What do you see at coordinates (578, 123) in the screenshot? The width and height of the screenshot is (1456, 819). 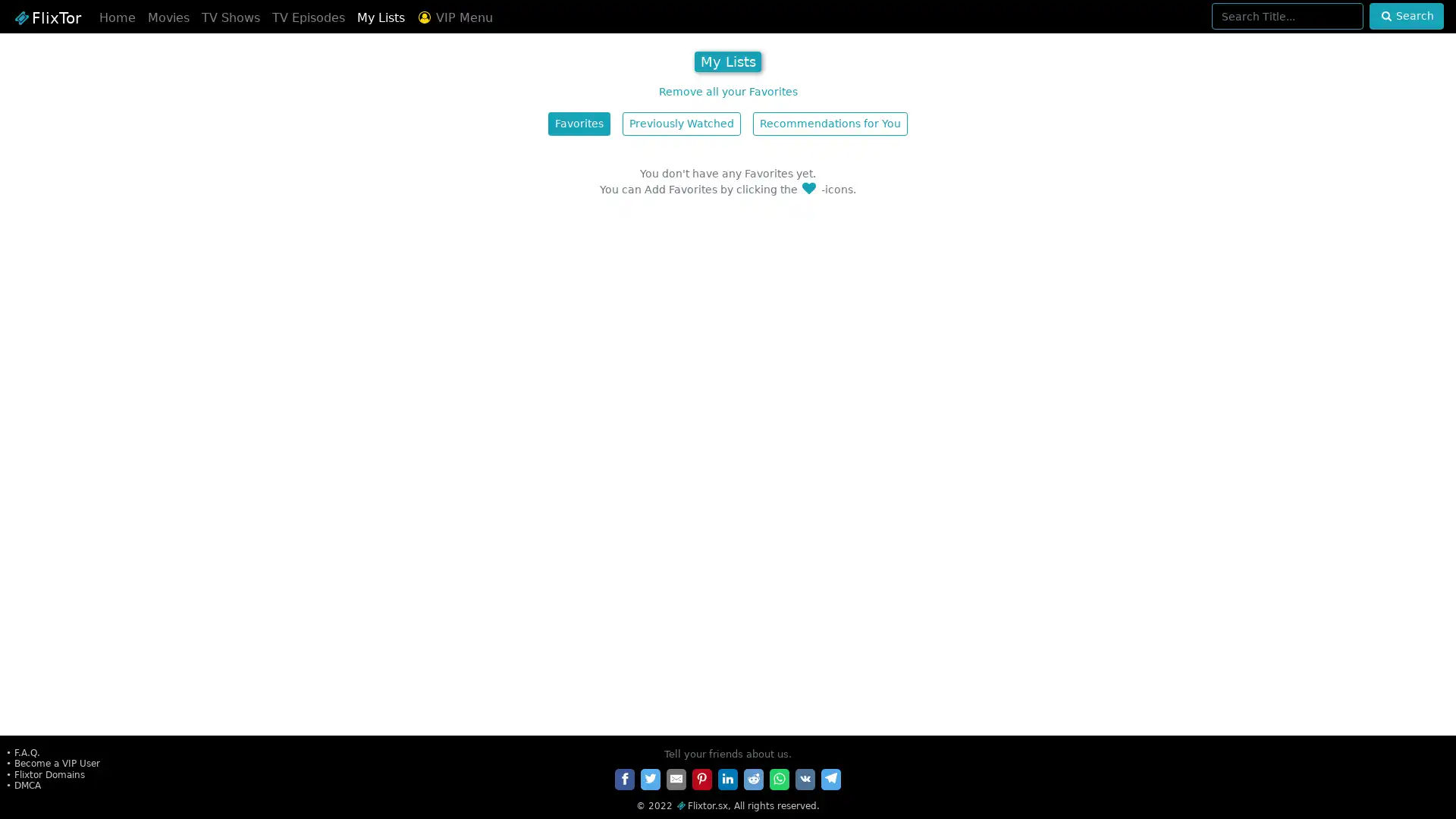 I see `Favorites` at bounding box center [578, 123].